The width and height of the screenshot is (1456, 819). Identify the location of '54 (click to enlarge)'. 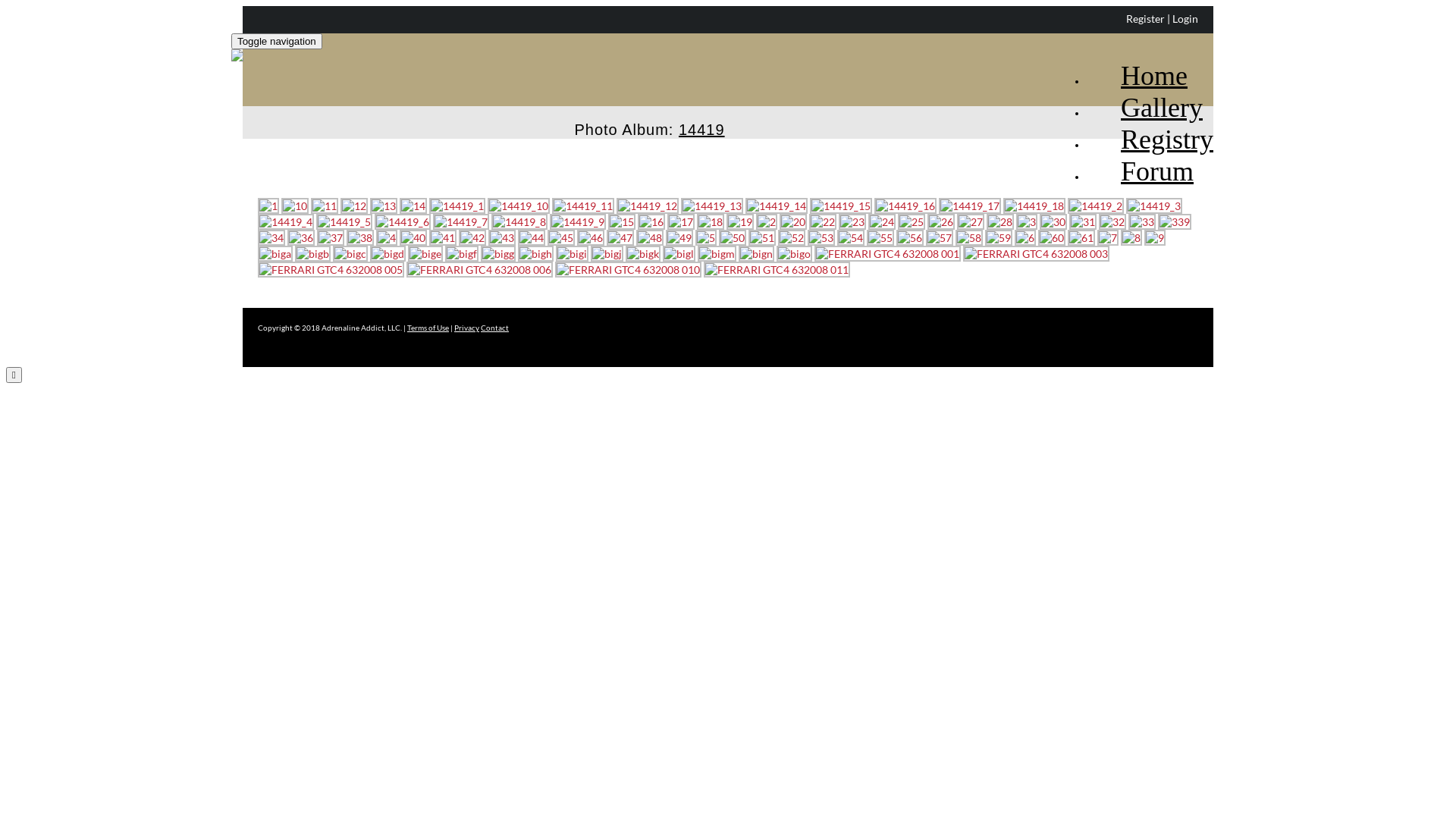
(836, 237).